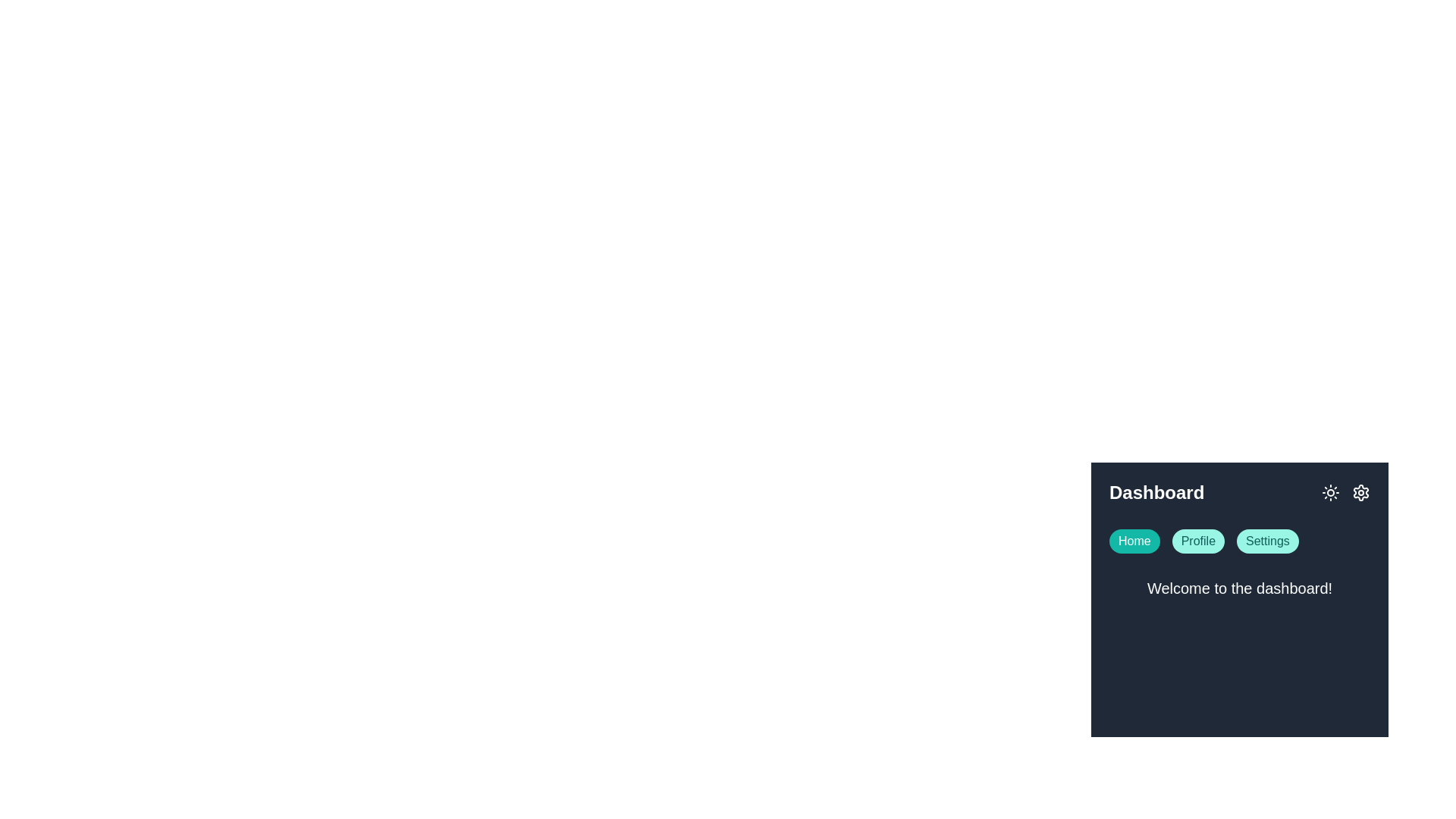 The width and height of the screenshot is (1456, 819). I want to click on the Profile button located in the top-right section of the interface, which is the second button in a horizontal navigation bar flanked by the Home and Settings buttons, to trigger hover effects, so click(1197, 540).